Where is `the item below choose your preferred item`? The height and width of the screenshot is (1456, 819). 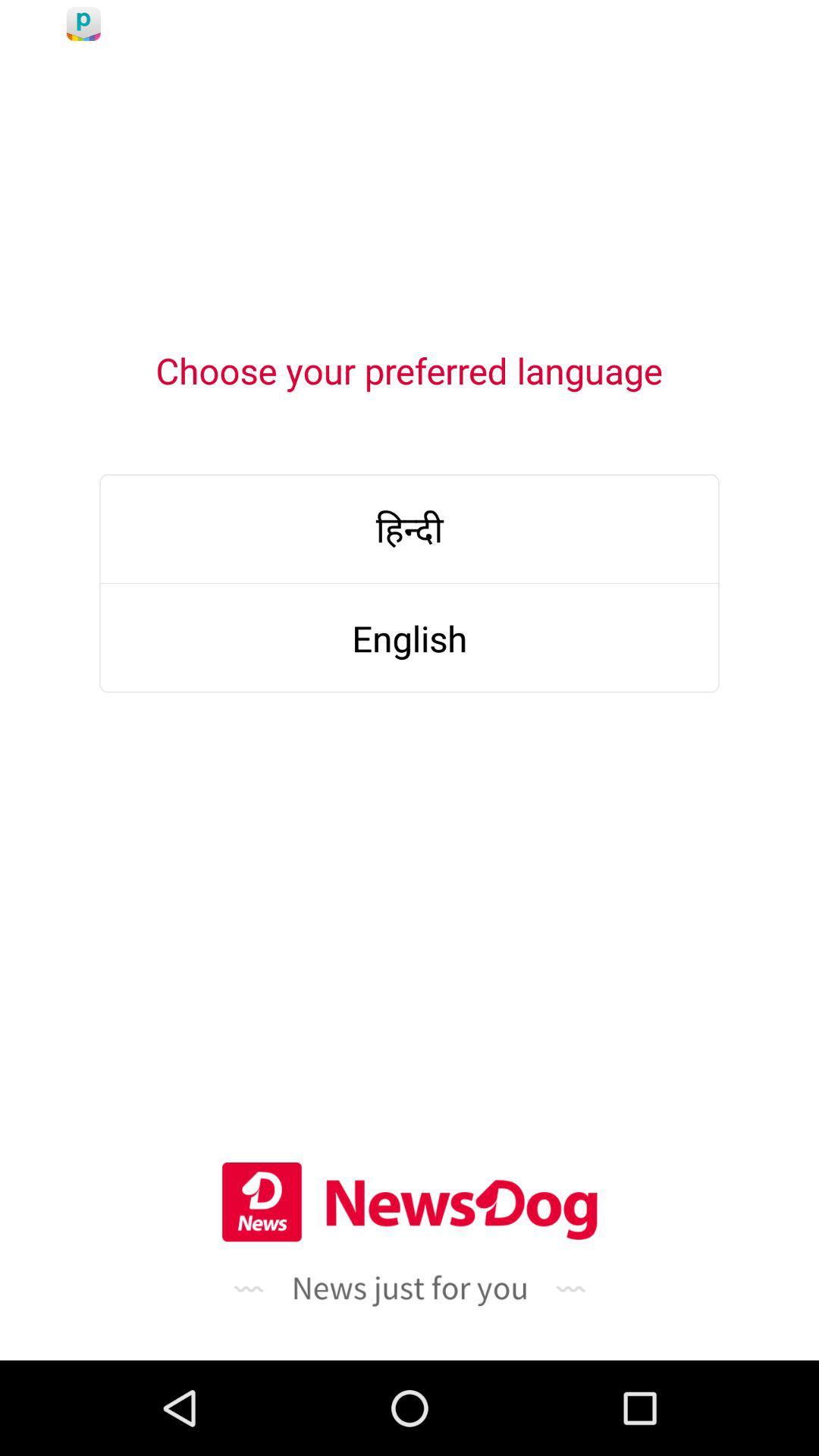
the item below choose your preferred item is located at coordinates (409, 529).